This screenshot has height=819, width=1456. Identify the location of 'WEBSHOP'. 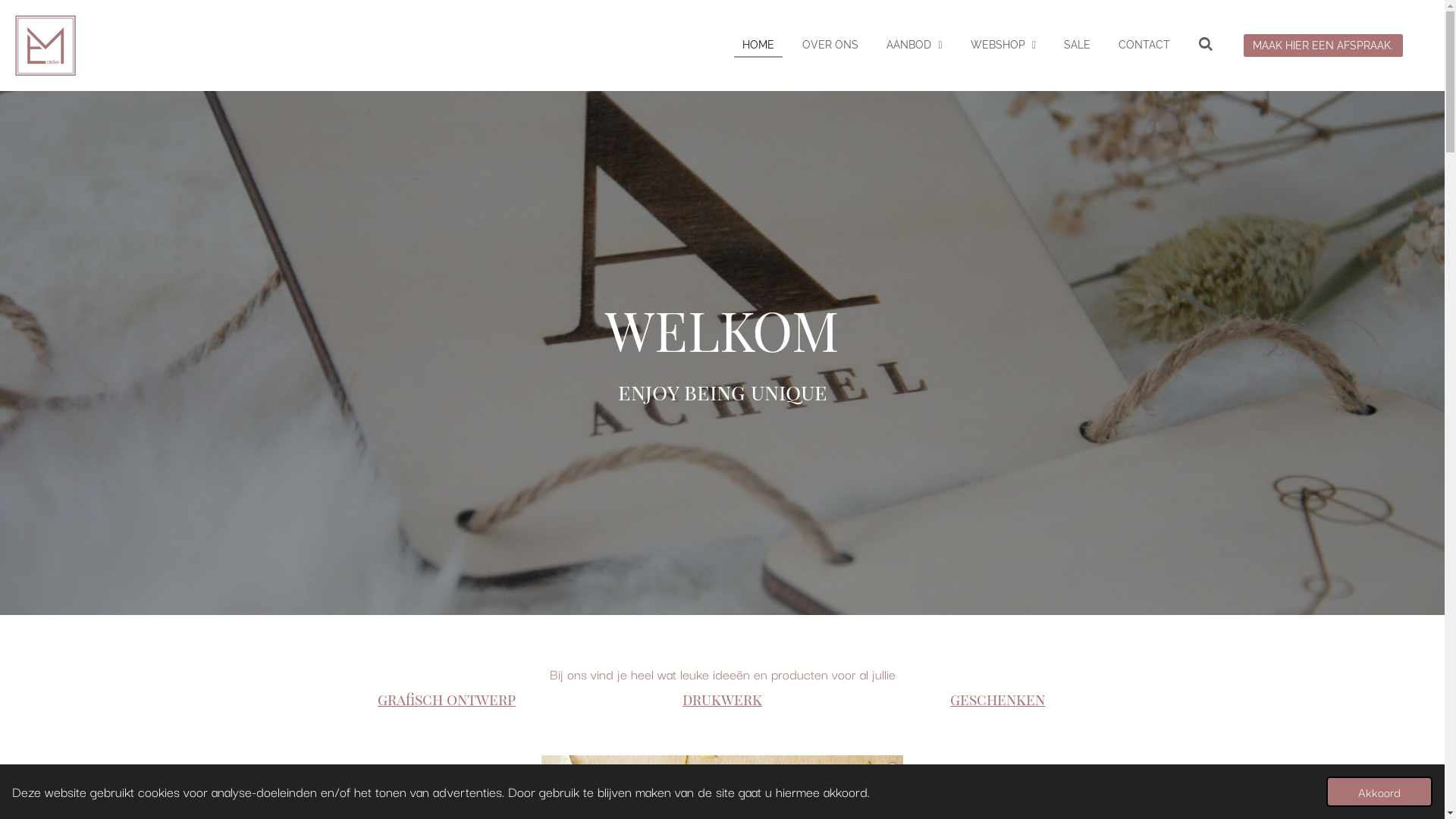
(1003, 44).